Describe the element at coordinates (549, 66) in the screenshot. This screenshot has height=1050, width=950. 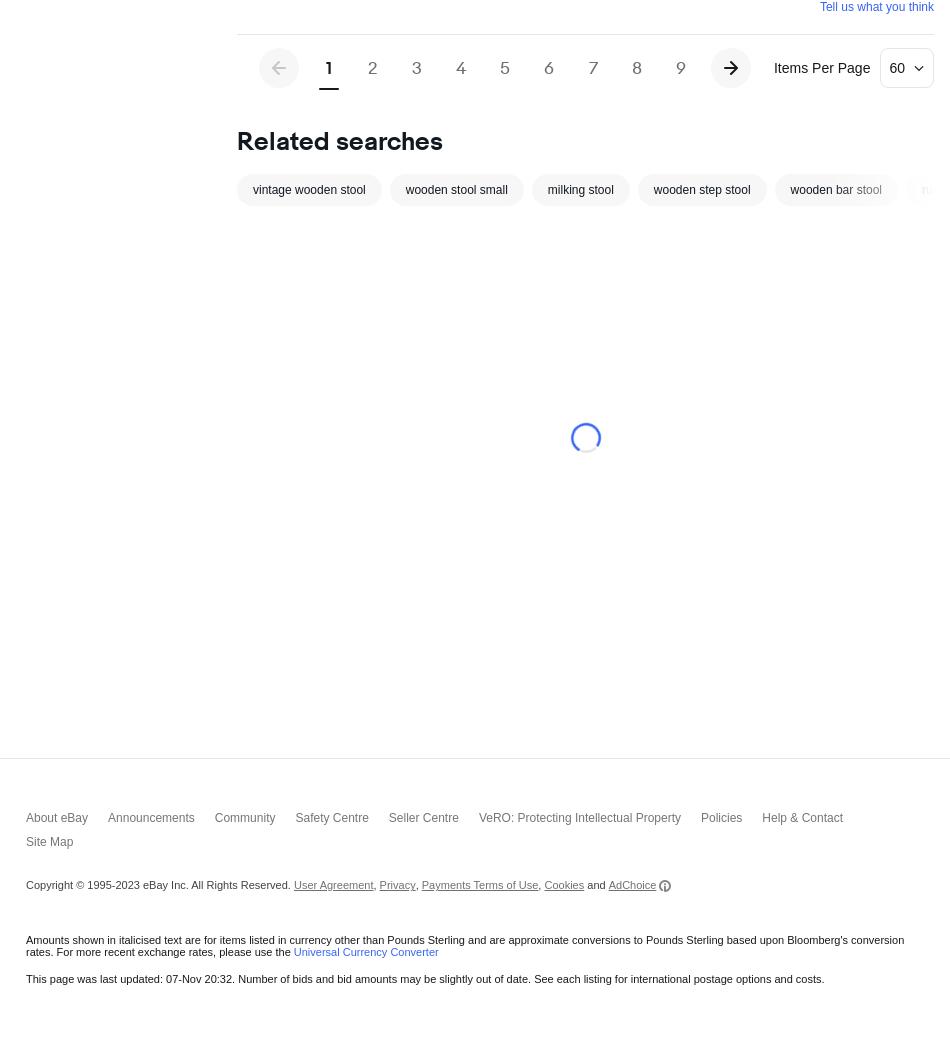
I see `'6'` at that location.